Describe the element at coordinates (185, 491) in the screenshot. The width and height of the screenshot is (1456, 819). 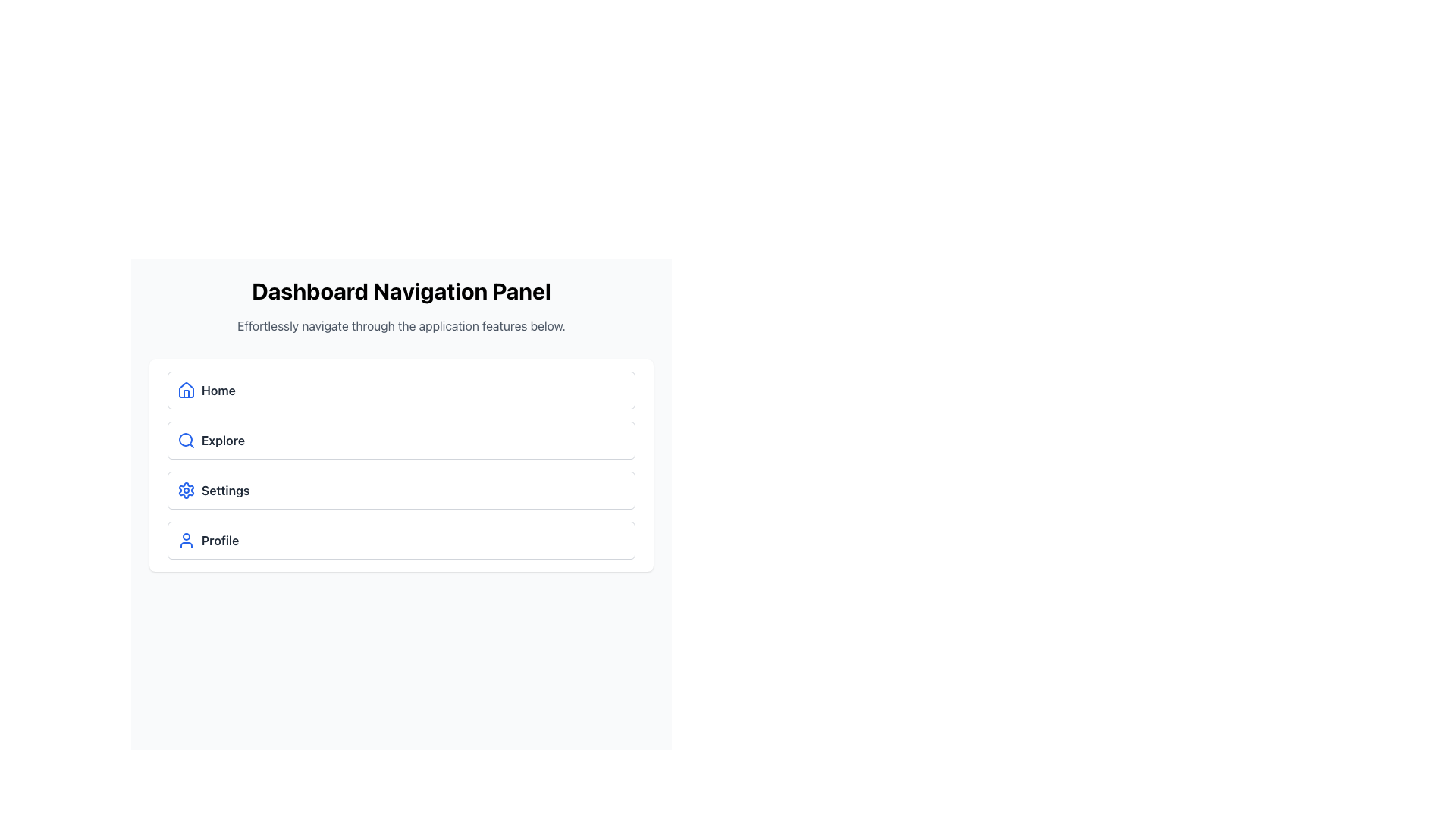
I see `the settings icon in the navigation panel` at that location.